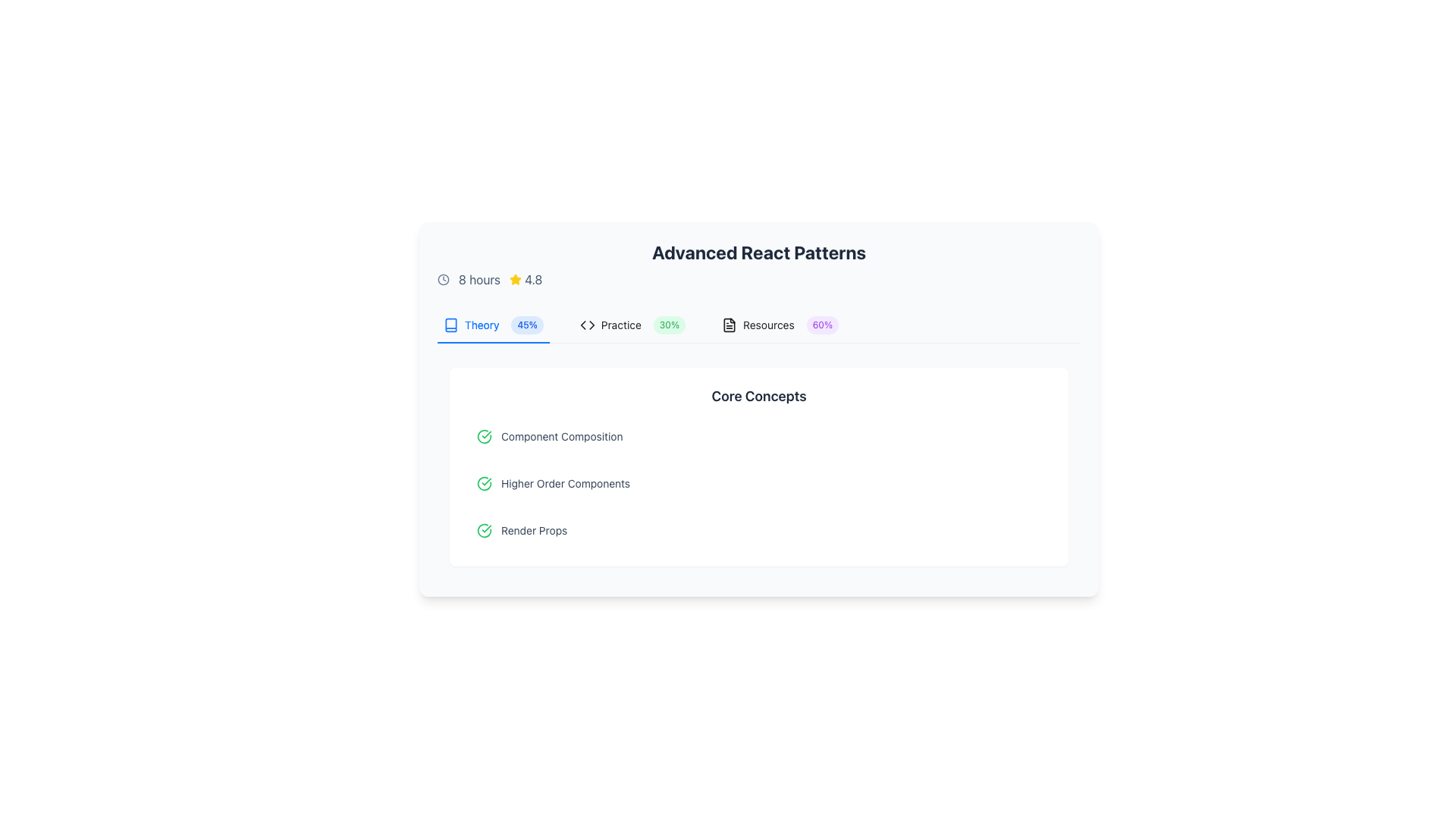  What do you see at coordinates (526, 280) in the screenshot?
I see `the rating indicator element, which displays a star icon and a numeric value indicating the rating of a course or item, located at the top-left area of the interface` at bounding box center [526, 280].